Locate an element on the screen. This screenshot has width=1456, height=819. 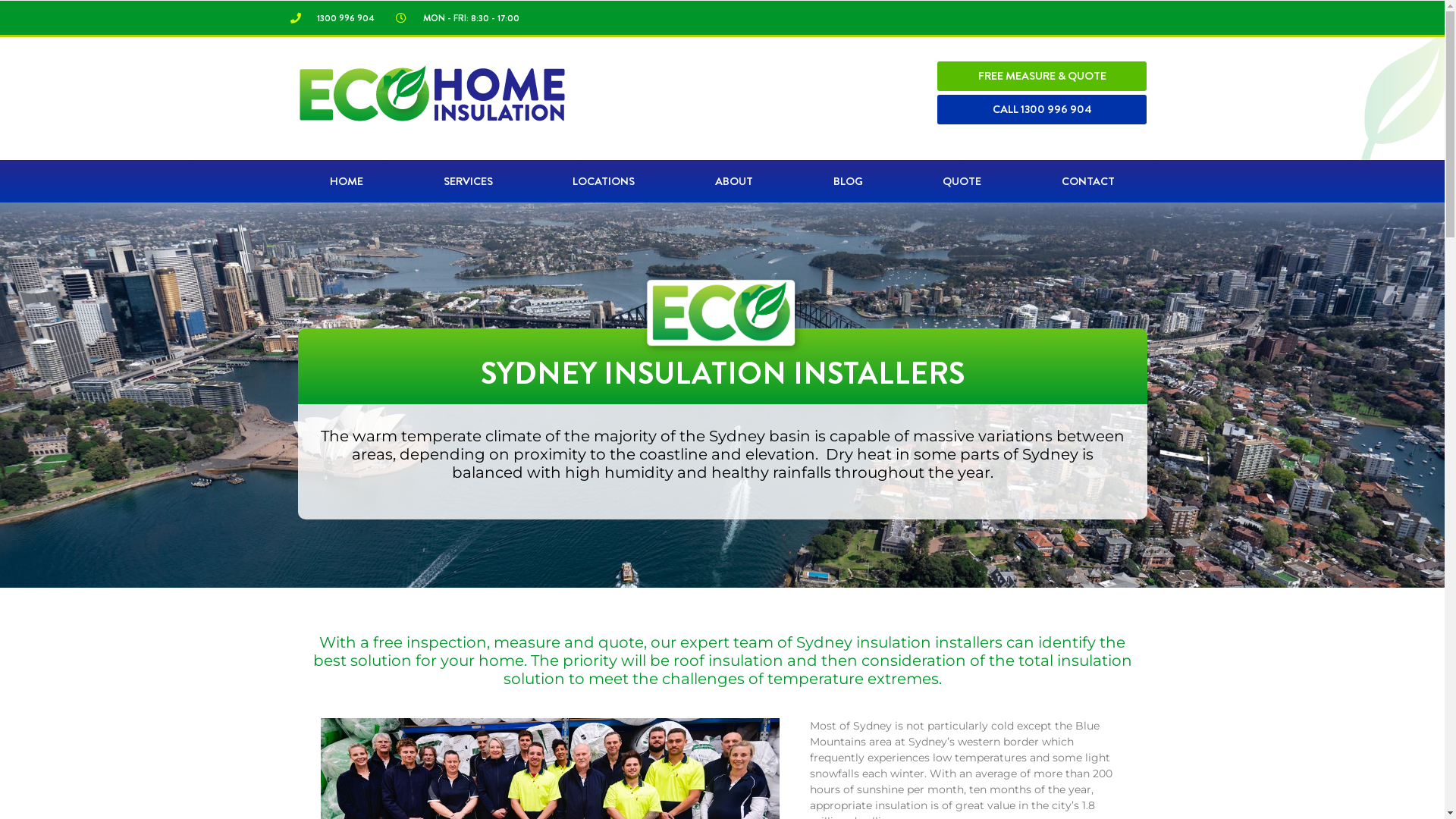
'SERVICES' is located at coordinates (467, 180).